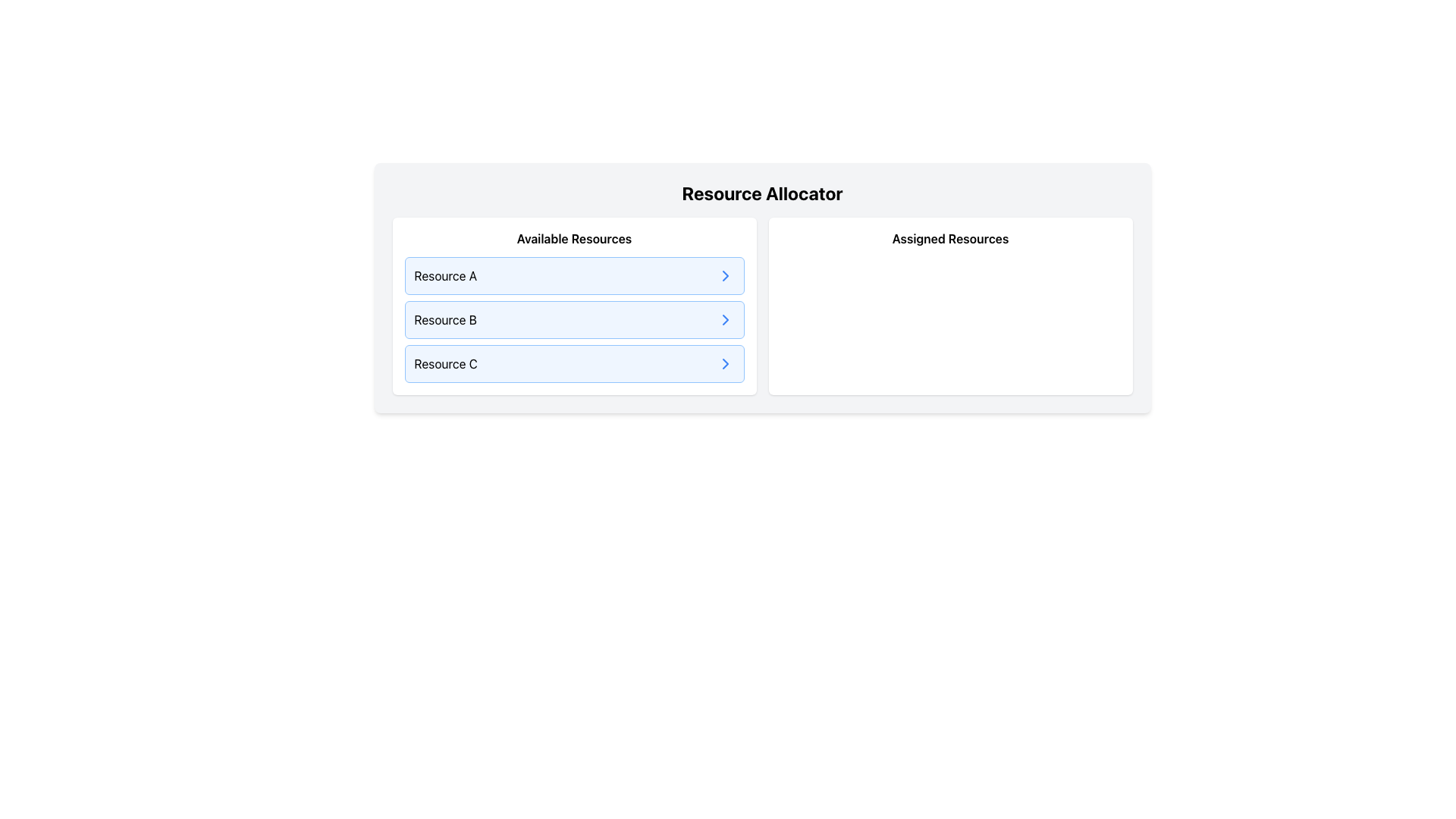  What do you see at coordinates (724, 318) in the screenshot?
I see `the chevron icon at the far right end of the 'Resource B' card within the 'Available Resources' list to observe potential styling changes` at bounding box center [724, 318].